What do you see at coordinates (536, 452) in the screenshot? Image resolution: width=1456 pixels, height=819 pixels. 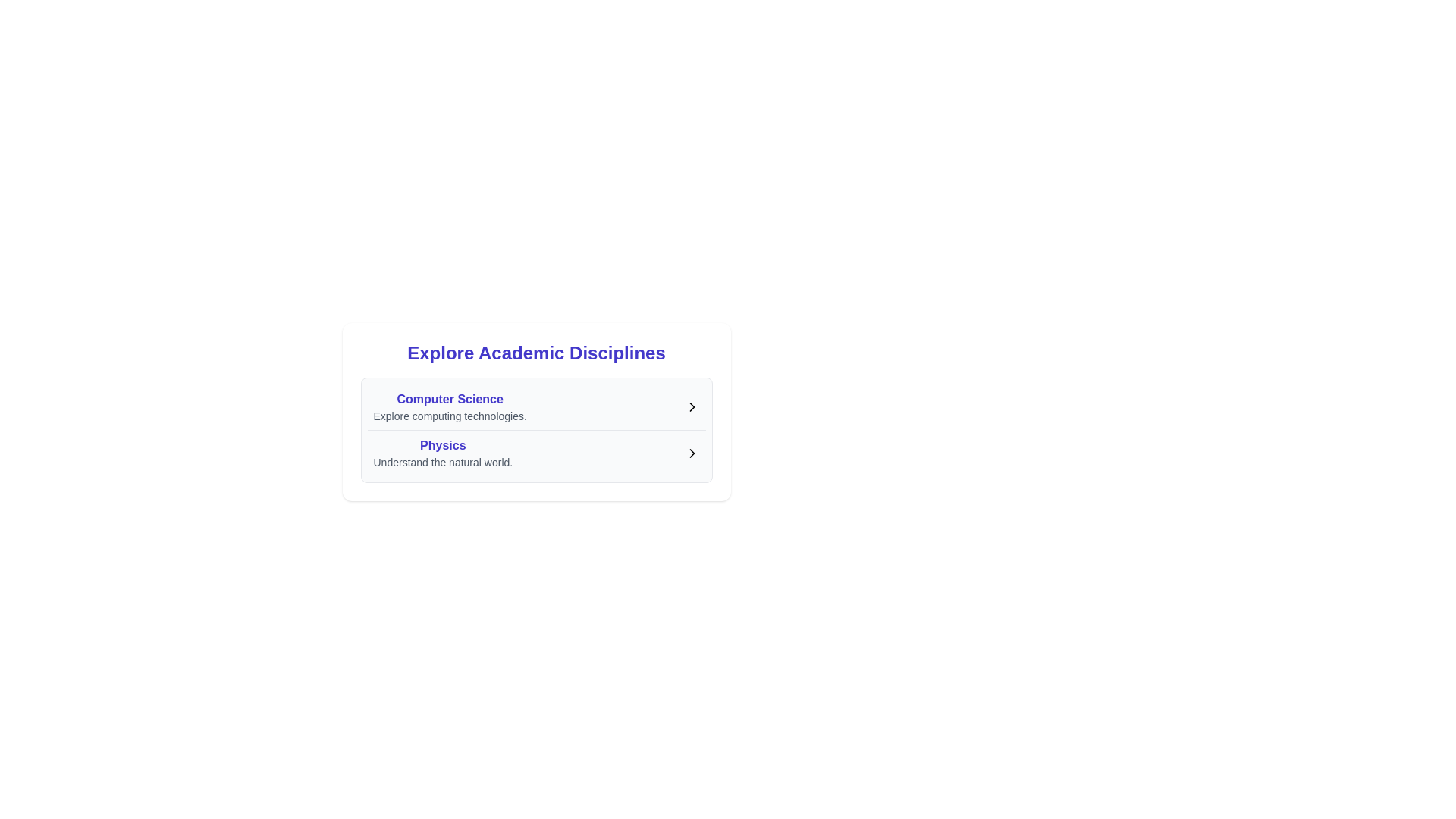 I see `the second list item in the 'Explore Academic Disciplines' panel` at bounding box center [536, 452].